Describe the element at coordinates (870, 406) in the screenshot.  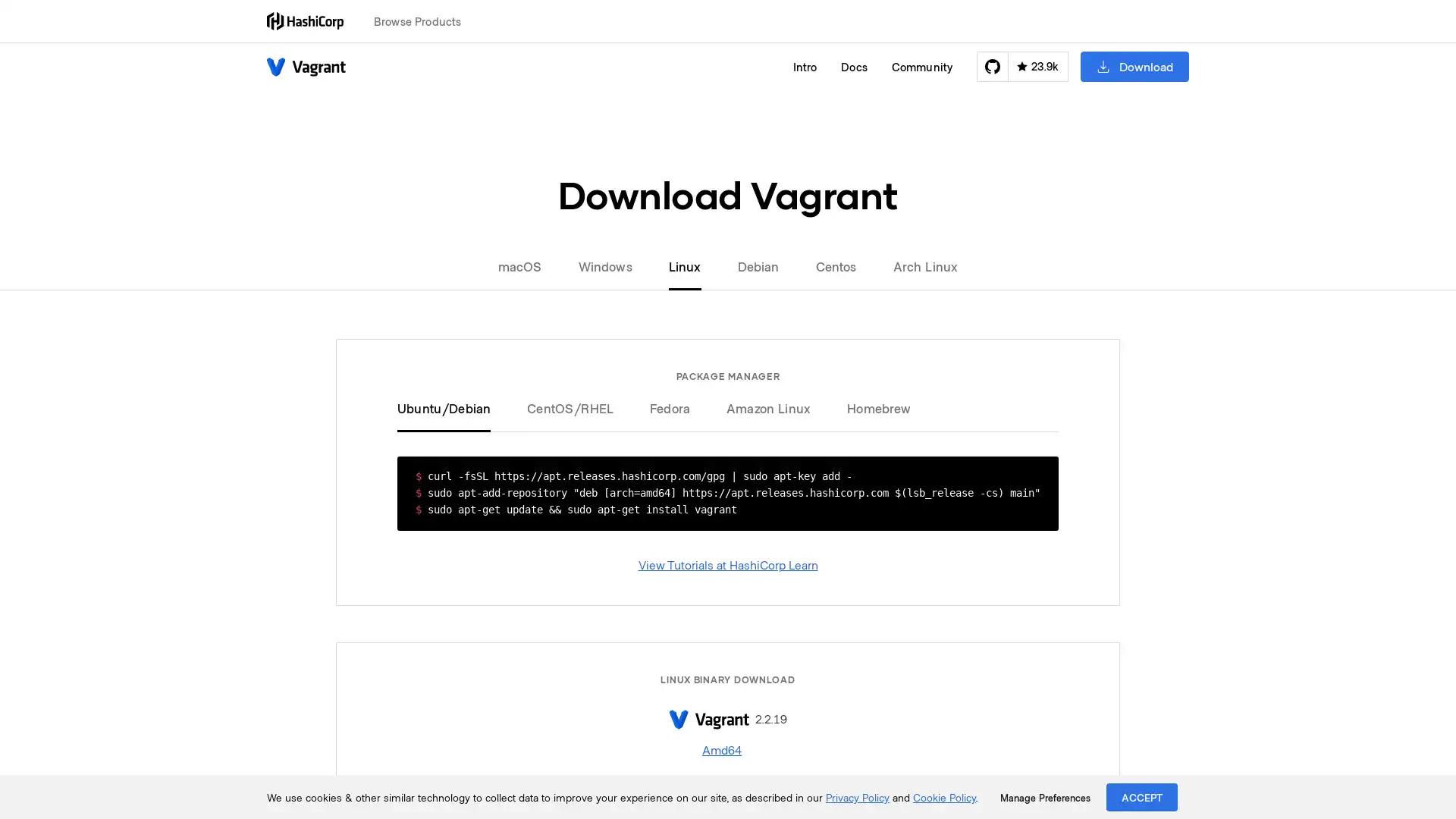
I see `Homebrew` at that location.